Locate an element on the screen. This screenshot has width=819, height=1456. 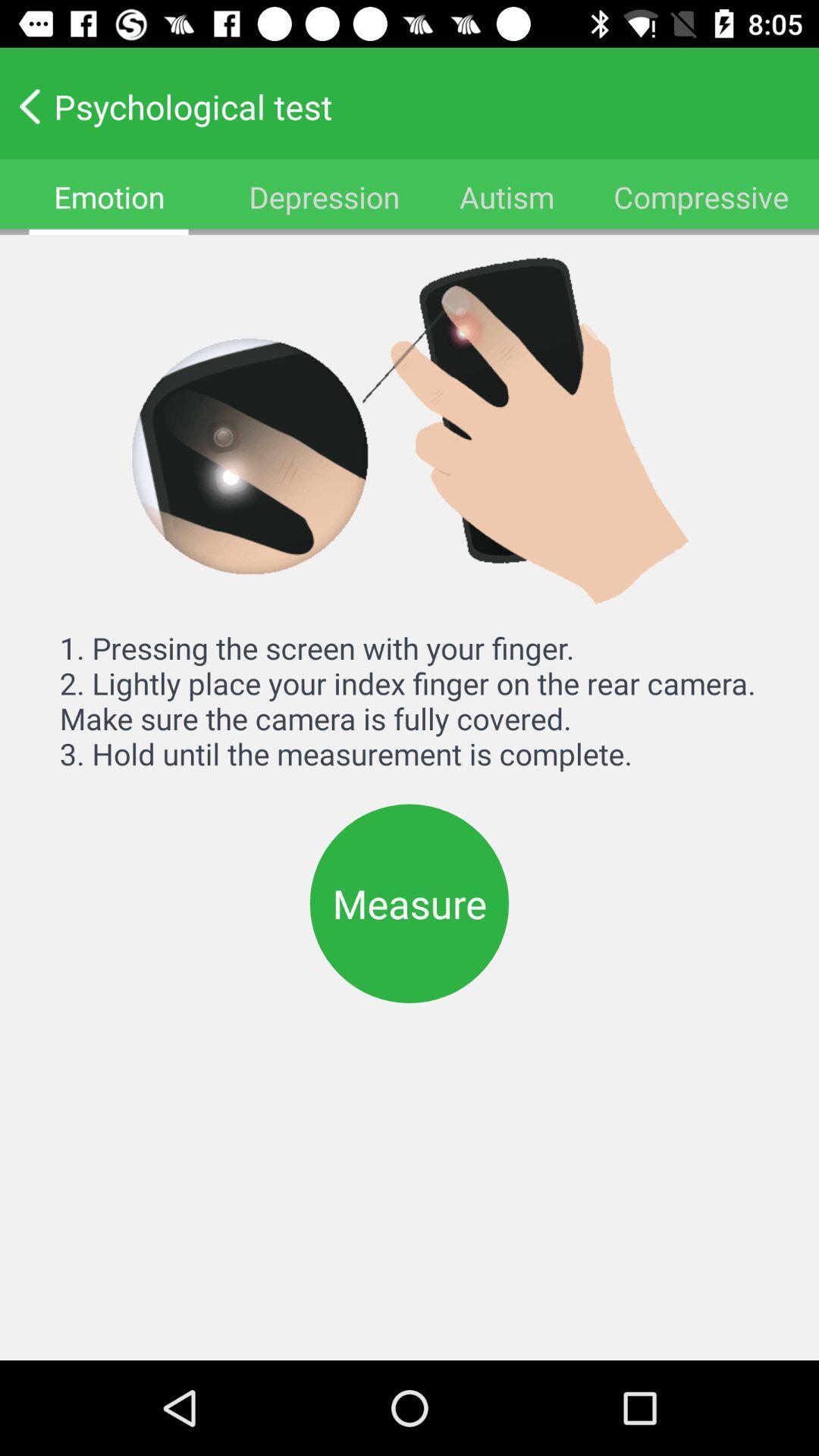
icon next to depression icon is located at coordinates (108, 196).